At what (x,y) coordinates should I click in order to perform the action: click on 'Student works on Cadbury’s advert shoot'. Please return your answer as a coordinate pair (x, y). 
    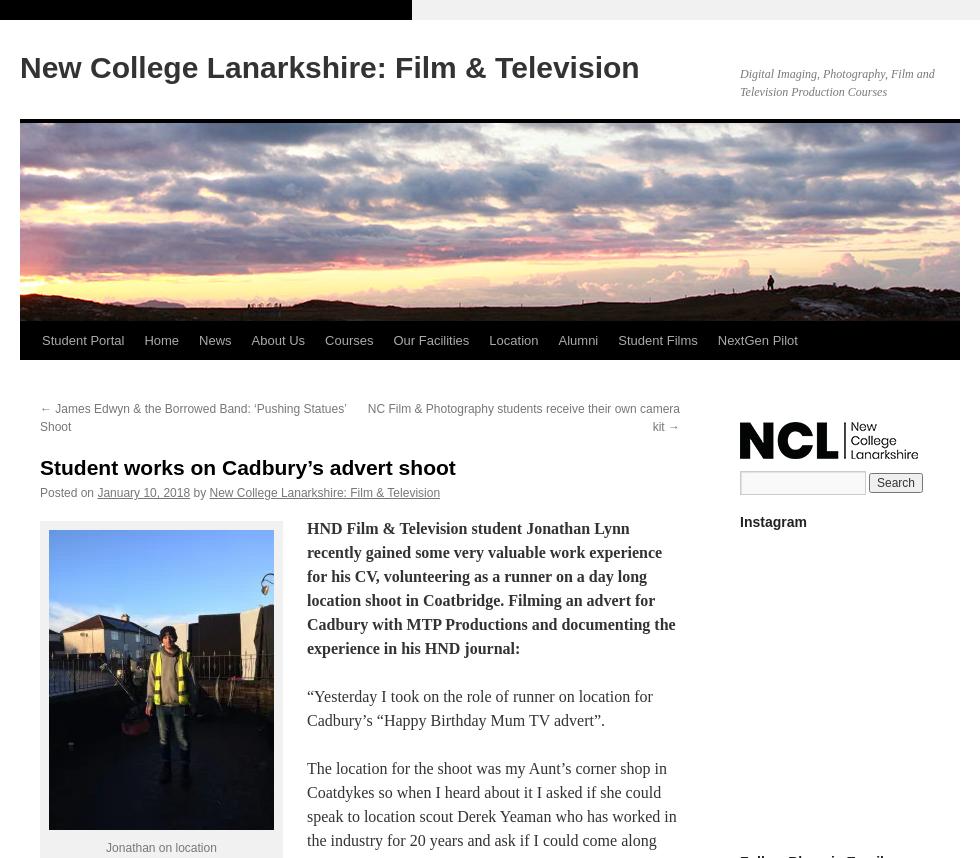
    Looking at the image, I should click on (247, 467).